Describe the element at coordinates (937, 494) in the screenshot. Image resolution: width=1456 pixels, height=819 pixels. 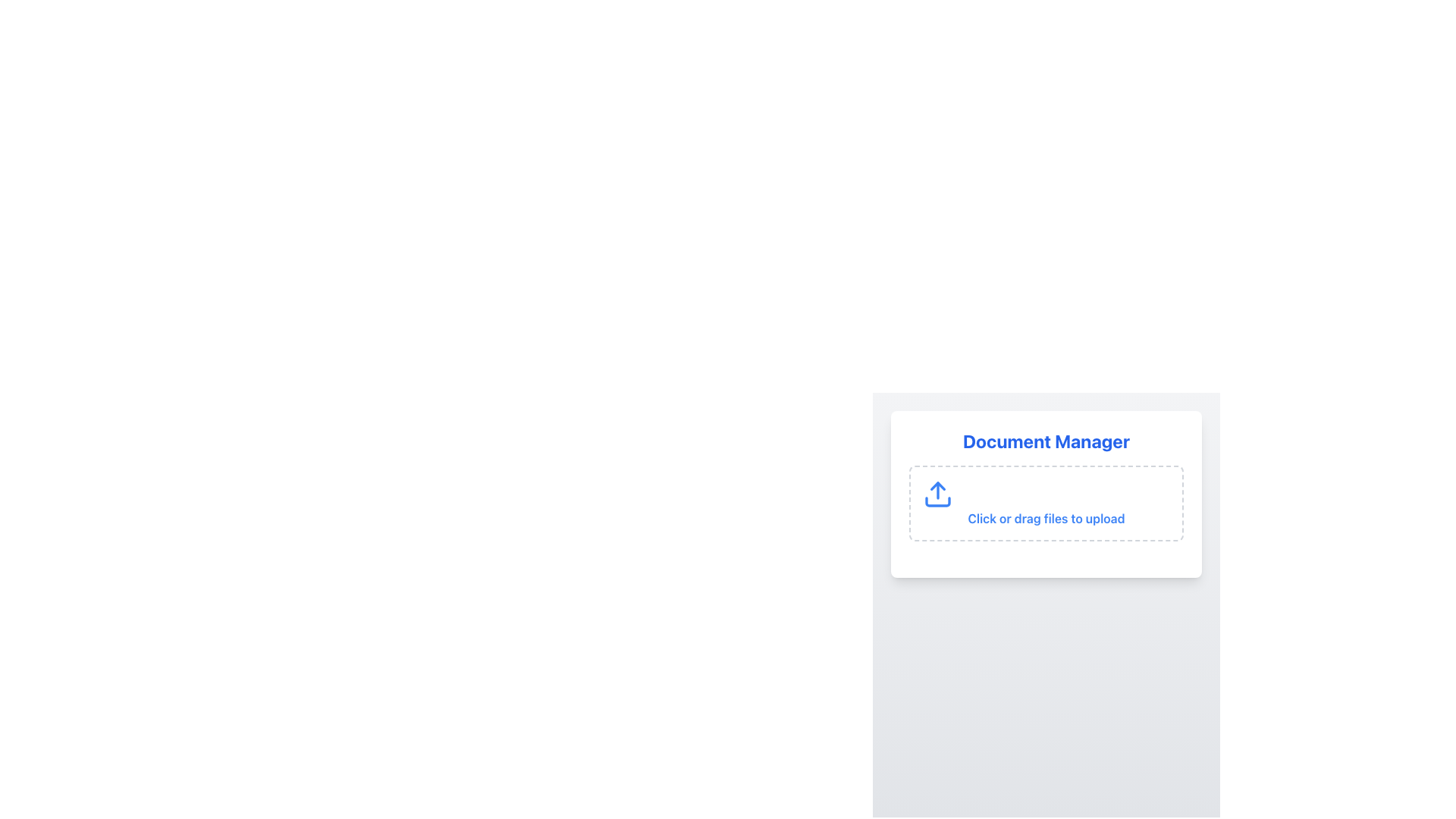
I see `the upload icon located on the left side of the 'Click or drag files to upload' box, directly below the 'Document Manager' text` at that location.